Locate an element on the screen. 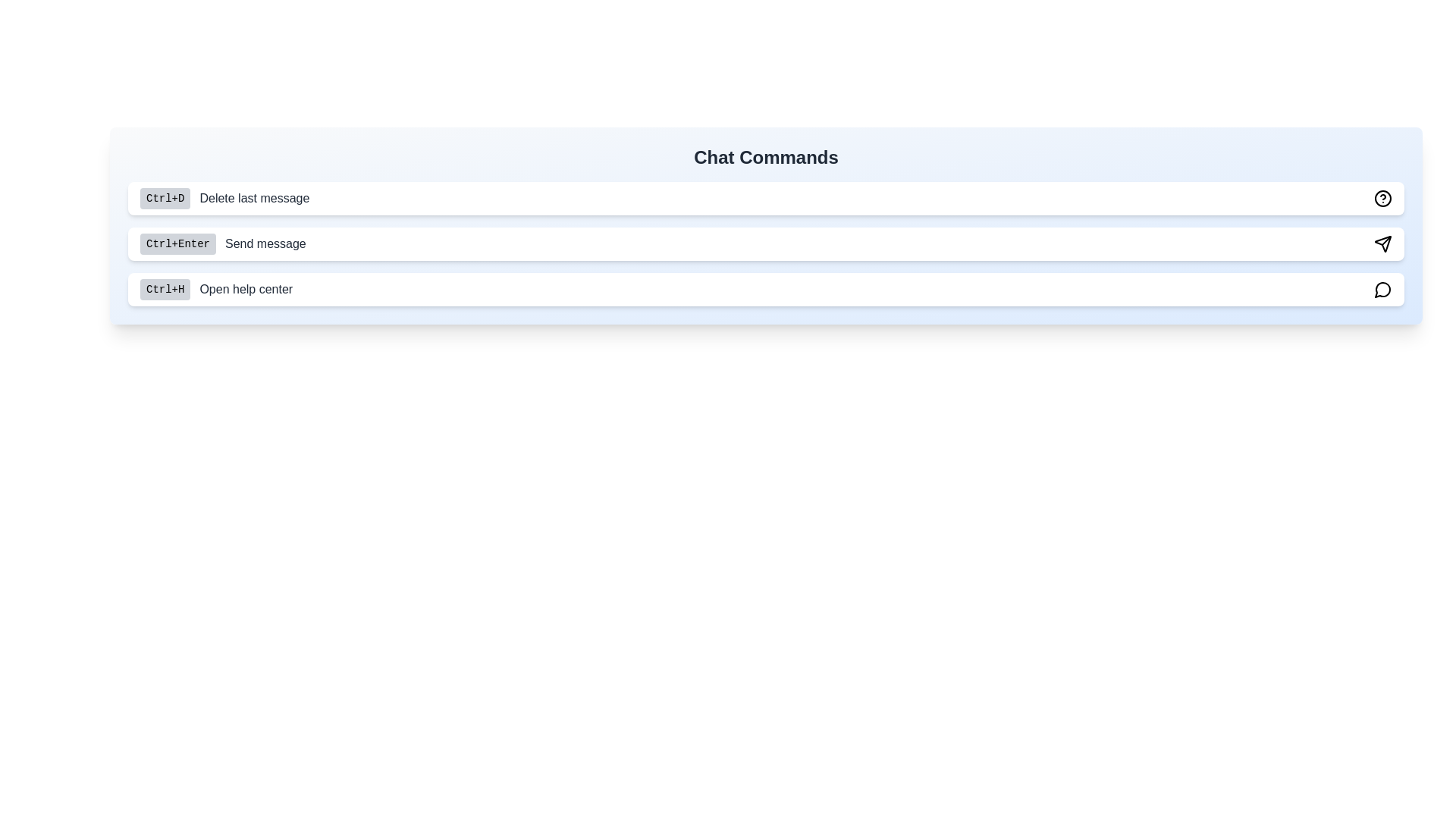 The width and height of the screenshot is (1456, 819). the 'send' action icon, which is a small clickable button positioned in the second row of action items is located at coordinates (1383, 243).